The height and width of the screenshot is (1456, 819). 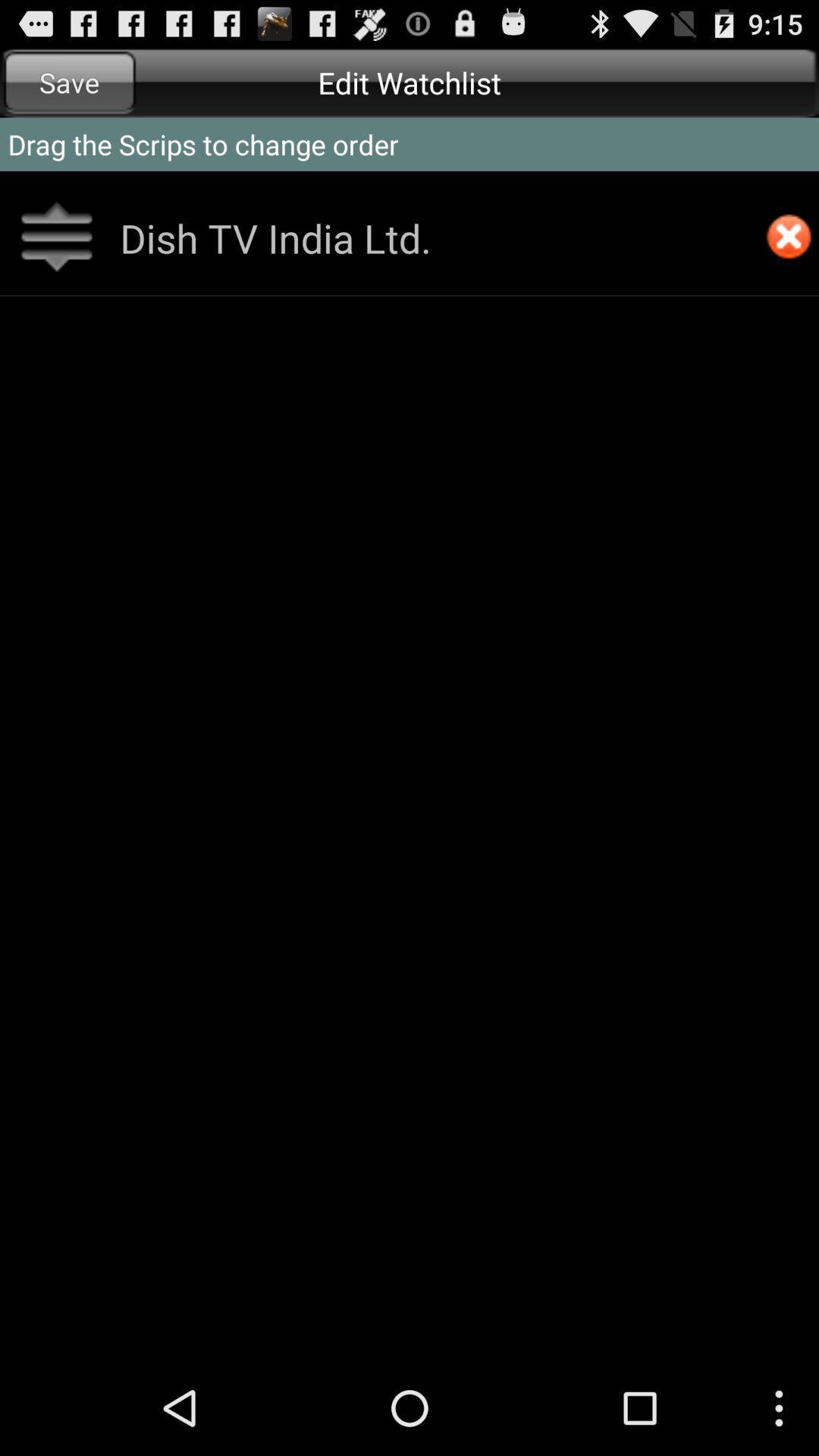 I want to click on item next to the dish tv india app, so click(x=788, y=237).